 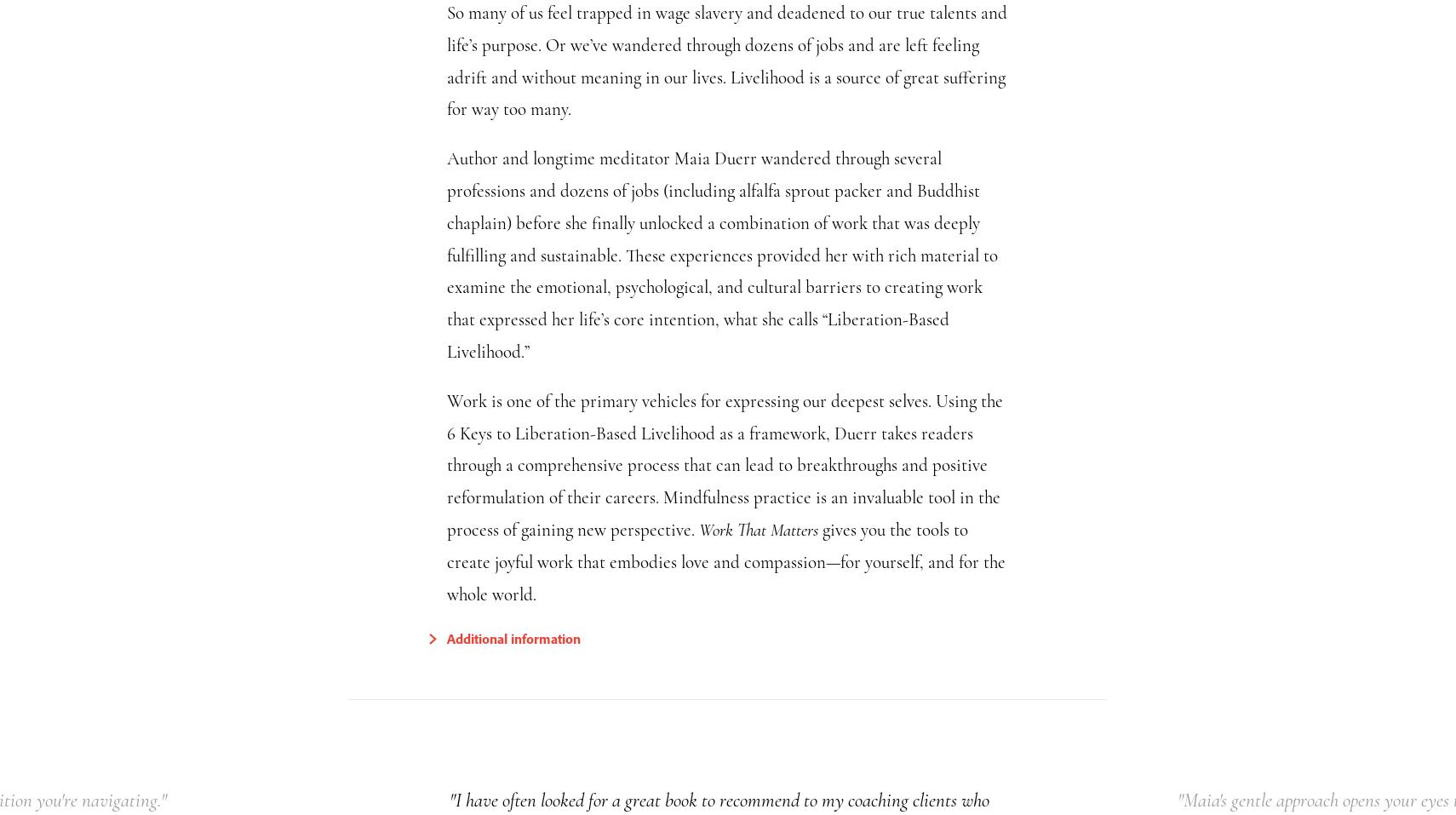 I want to click on 'Questions about your order?', so click(x=984, y=228).